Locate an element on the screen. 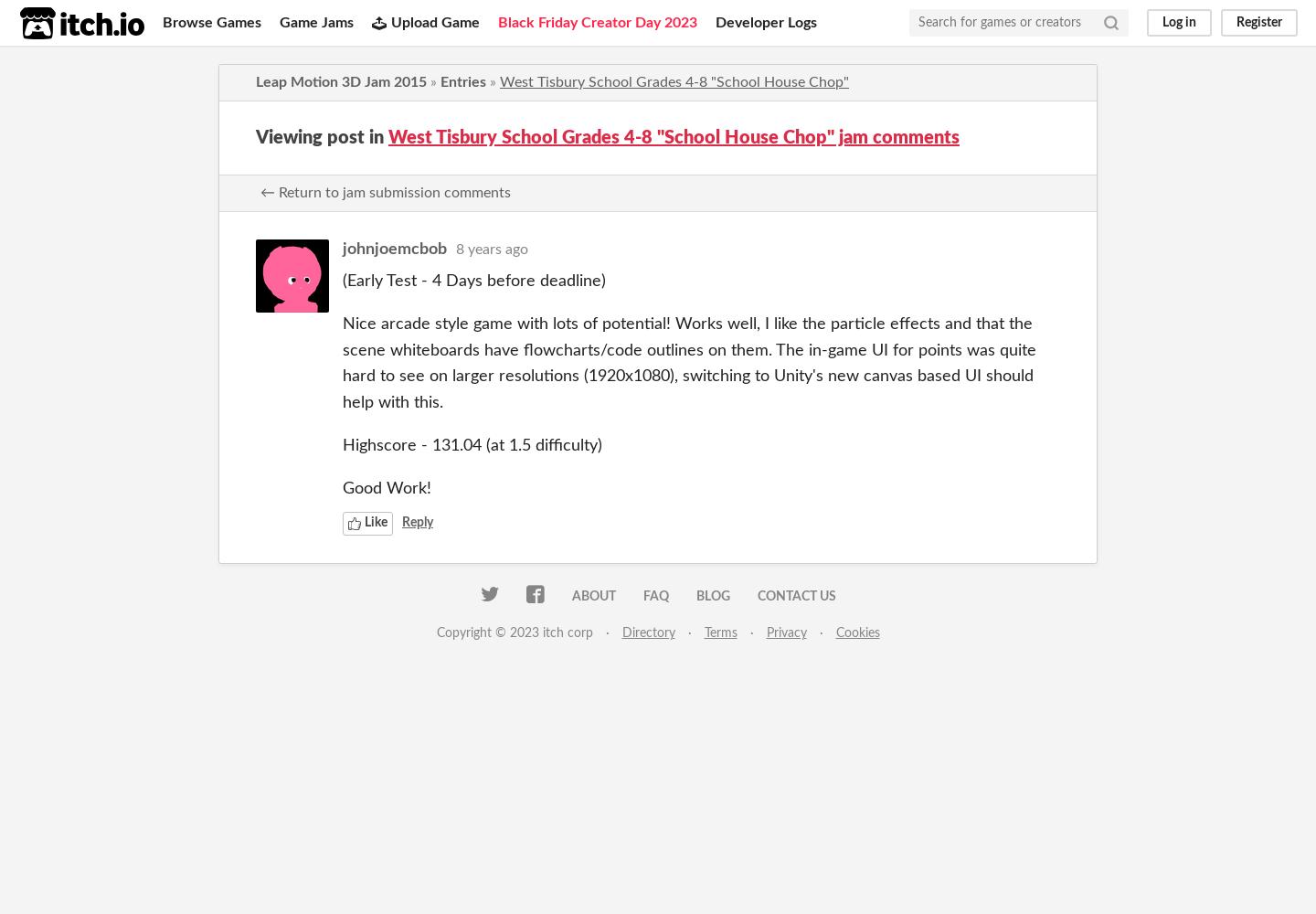  'FAQ' is located at coordinates (654, 596).